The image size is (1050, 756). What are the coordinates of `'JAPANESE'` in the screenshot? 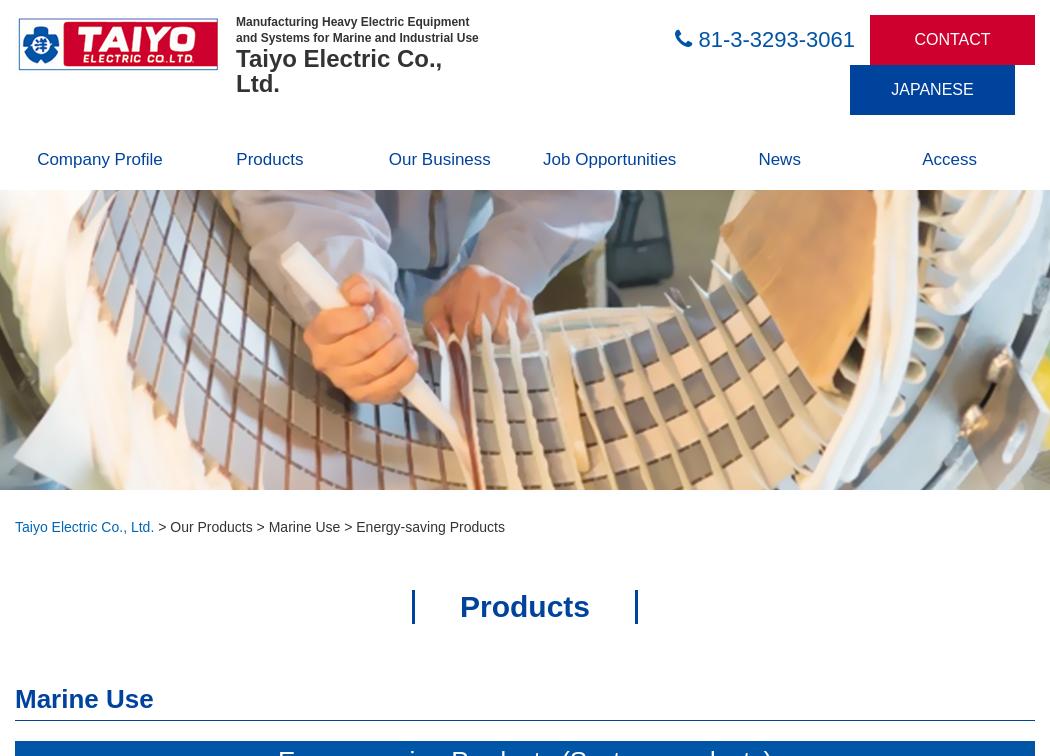 It's located at (931, 89).